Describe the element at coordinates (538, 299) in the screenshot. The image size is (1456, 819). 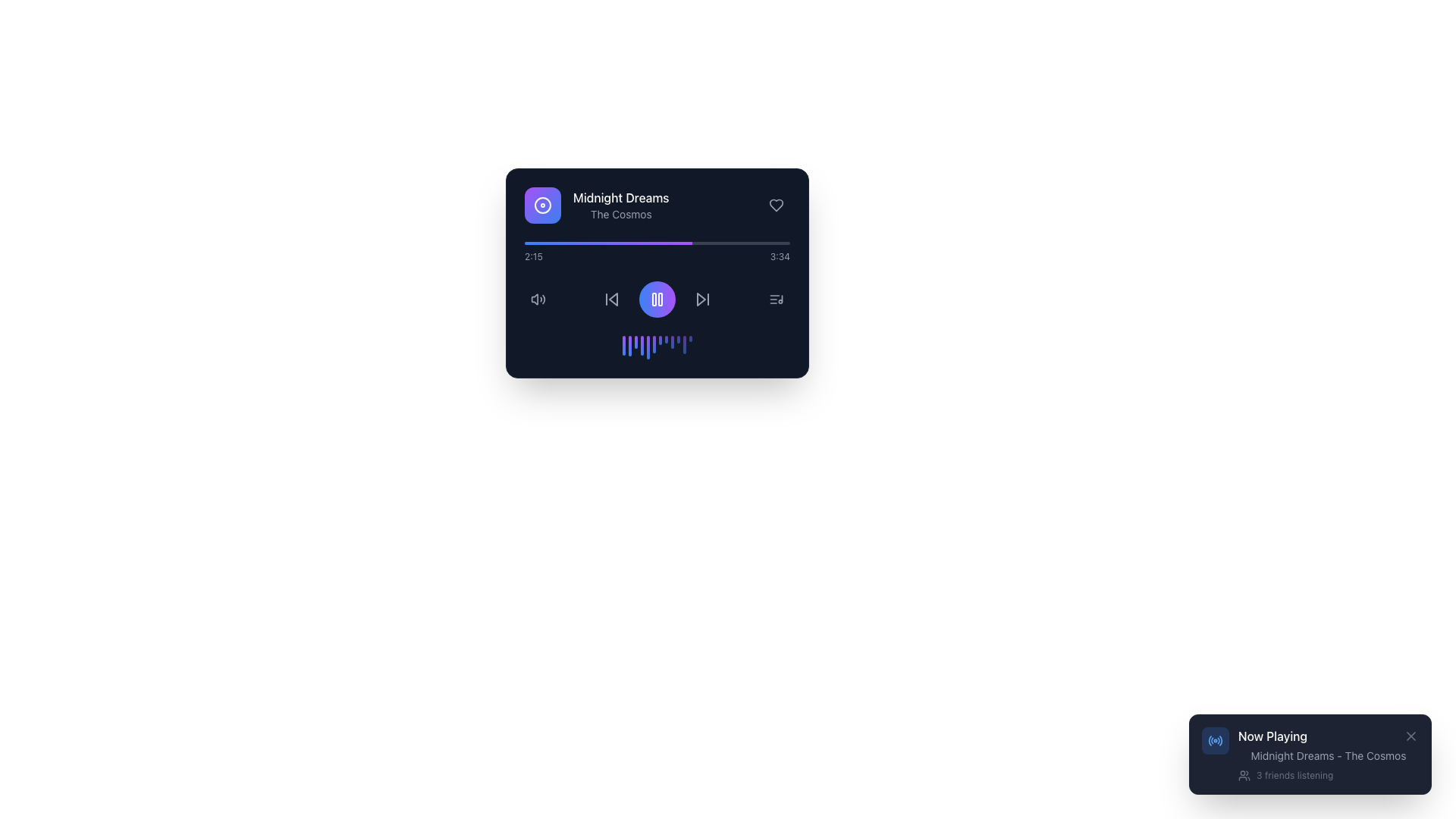
I see `the audio volume control icon in the media player` at that location.